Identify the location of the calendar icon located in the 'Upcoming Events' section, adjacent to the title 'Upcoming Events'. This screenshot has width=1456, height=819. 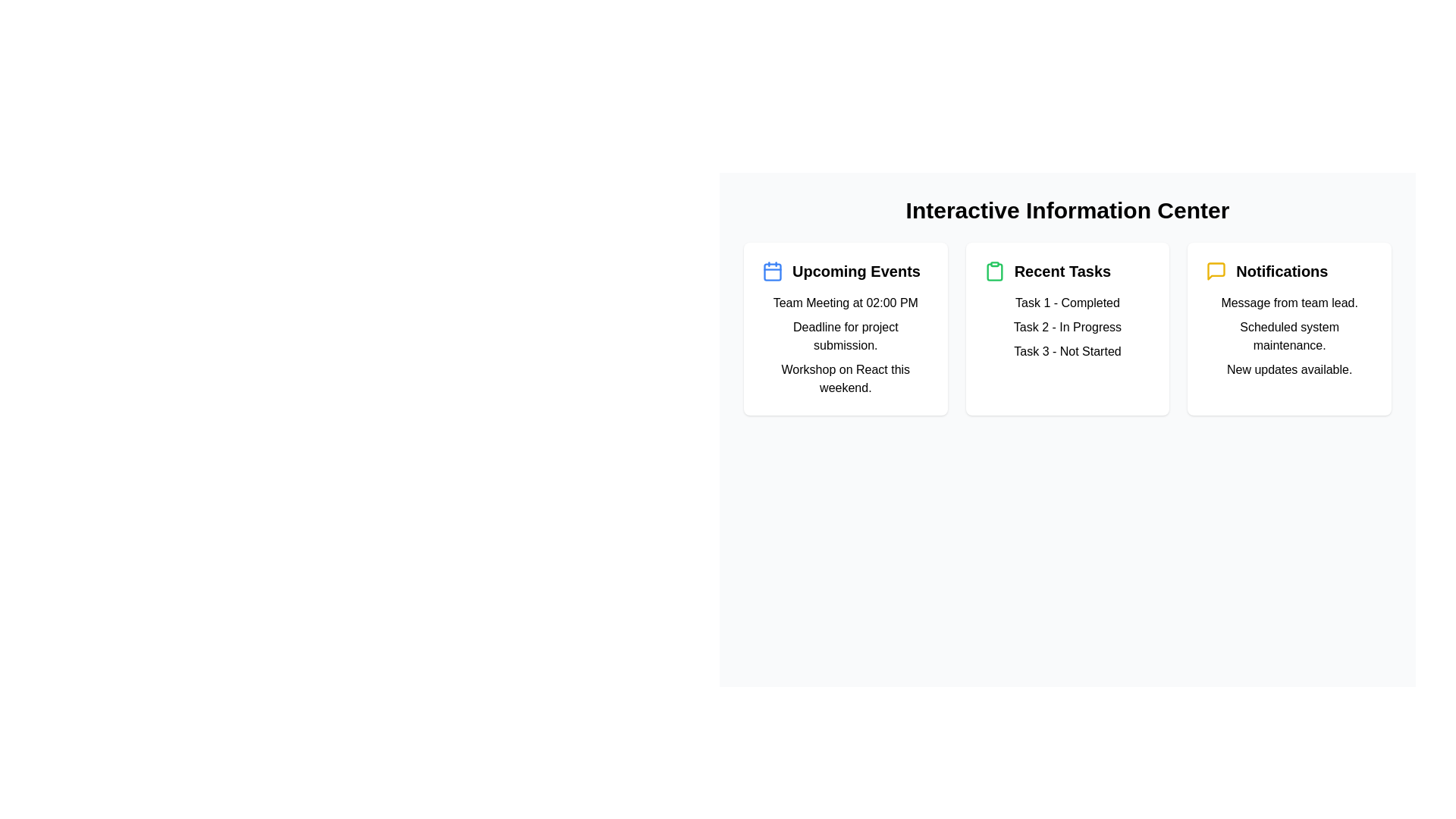
(772, 271).